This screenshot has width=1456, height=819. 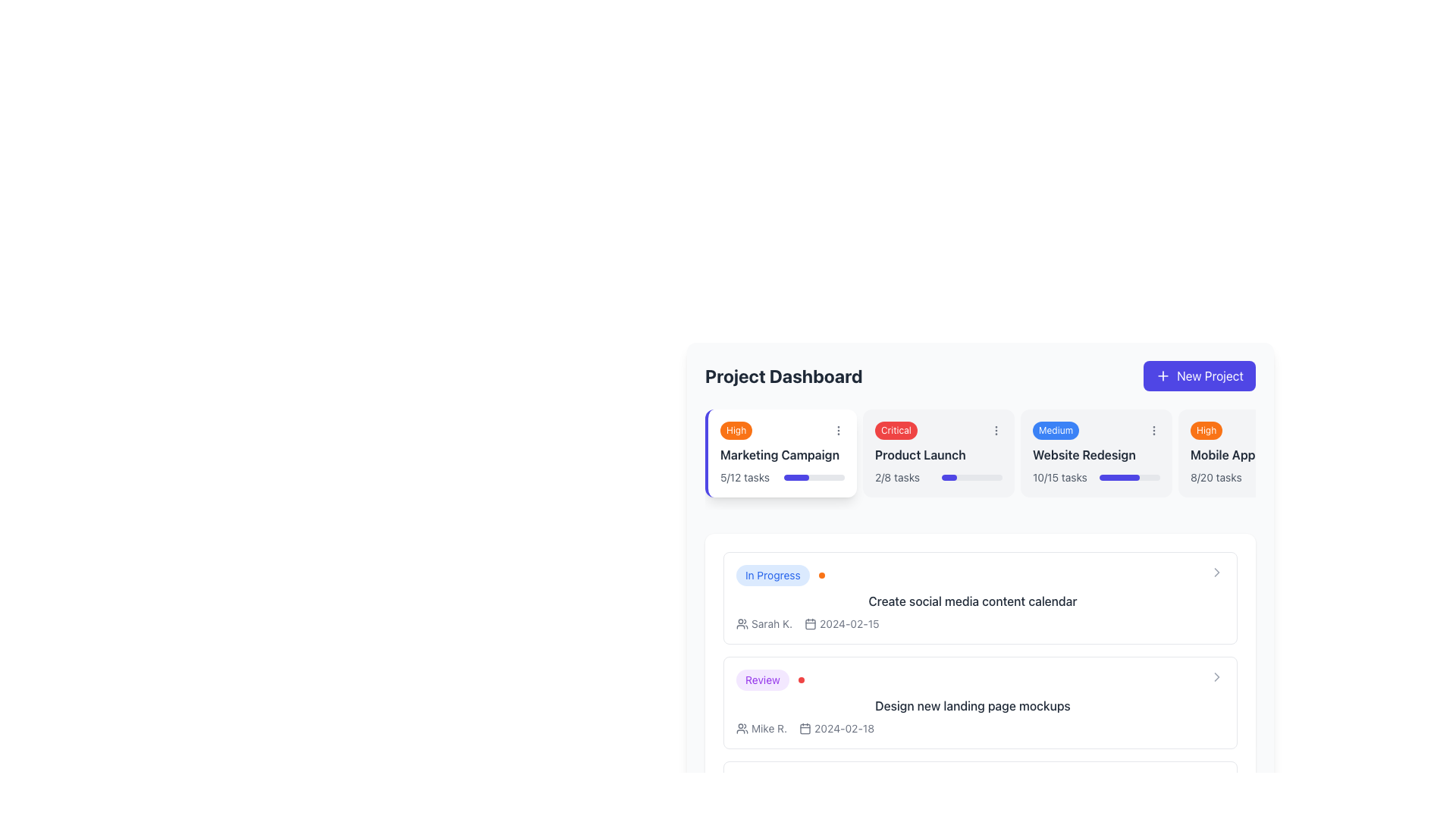 What do you see at coordinates (1216, 573) in the screenshot?
I see `the navigational icon located at the top-right corner of the 'Create social media content calendar' box` at bounding box center [1216, 573].